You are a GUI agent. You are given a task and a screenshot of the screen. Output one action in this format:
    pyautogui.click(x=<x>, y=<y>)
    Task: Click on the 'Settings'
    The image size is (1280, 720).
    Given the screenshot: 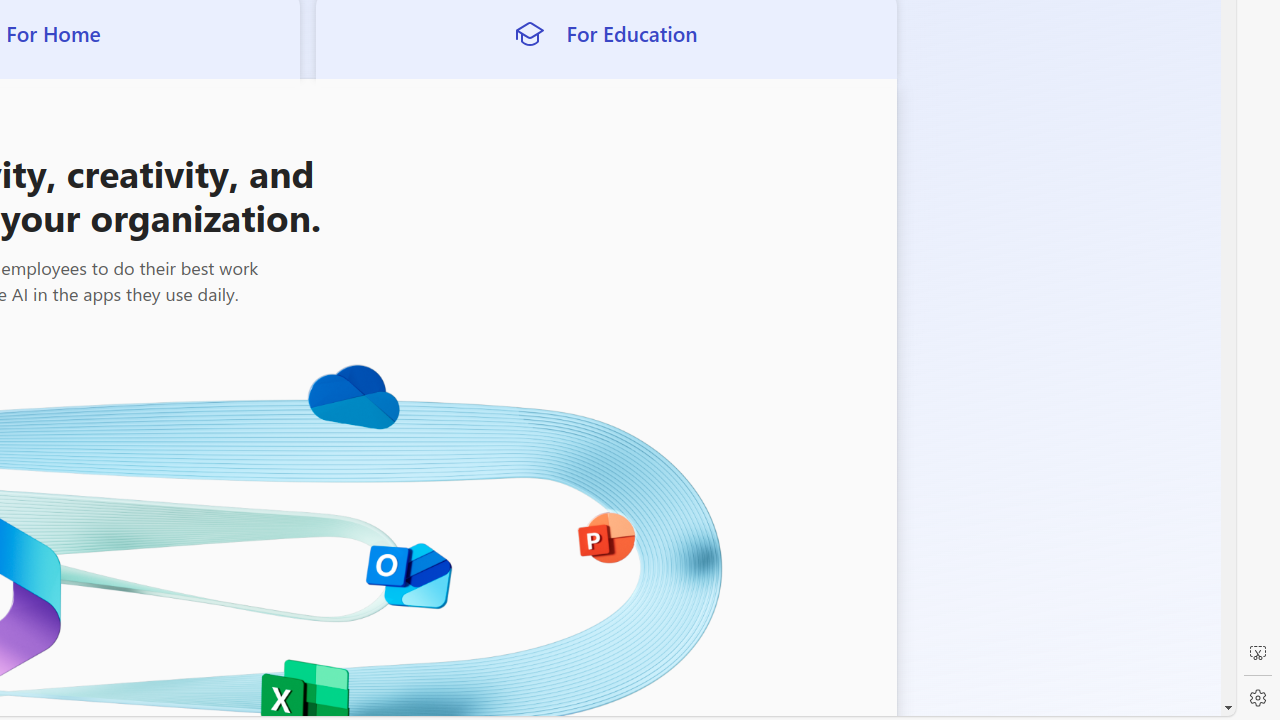 What is the action you would take?
    pyautogui.click(x=1256, y=696)
    